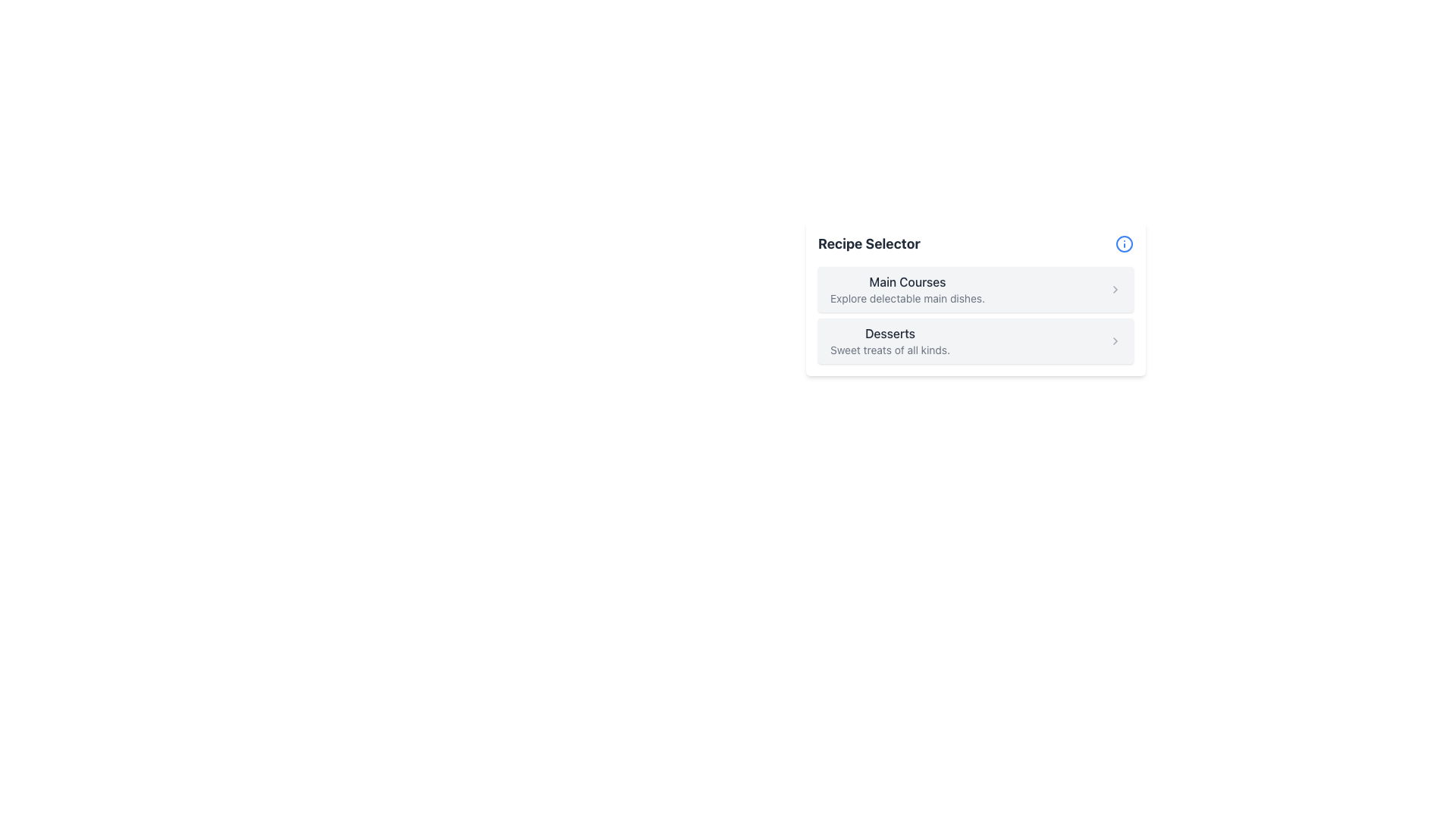 The height and width of the screenshot is (819, 1456). What do you see at coordinates (907, 298) in the screenshot?
I see `the light gray text 'Explore delectable main dishes.' located under the 'Main Courses' heading in the Recipe Selector section` at bounding box center [907, 298].